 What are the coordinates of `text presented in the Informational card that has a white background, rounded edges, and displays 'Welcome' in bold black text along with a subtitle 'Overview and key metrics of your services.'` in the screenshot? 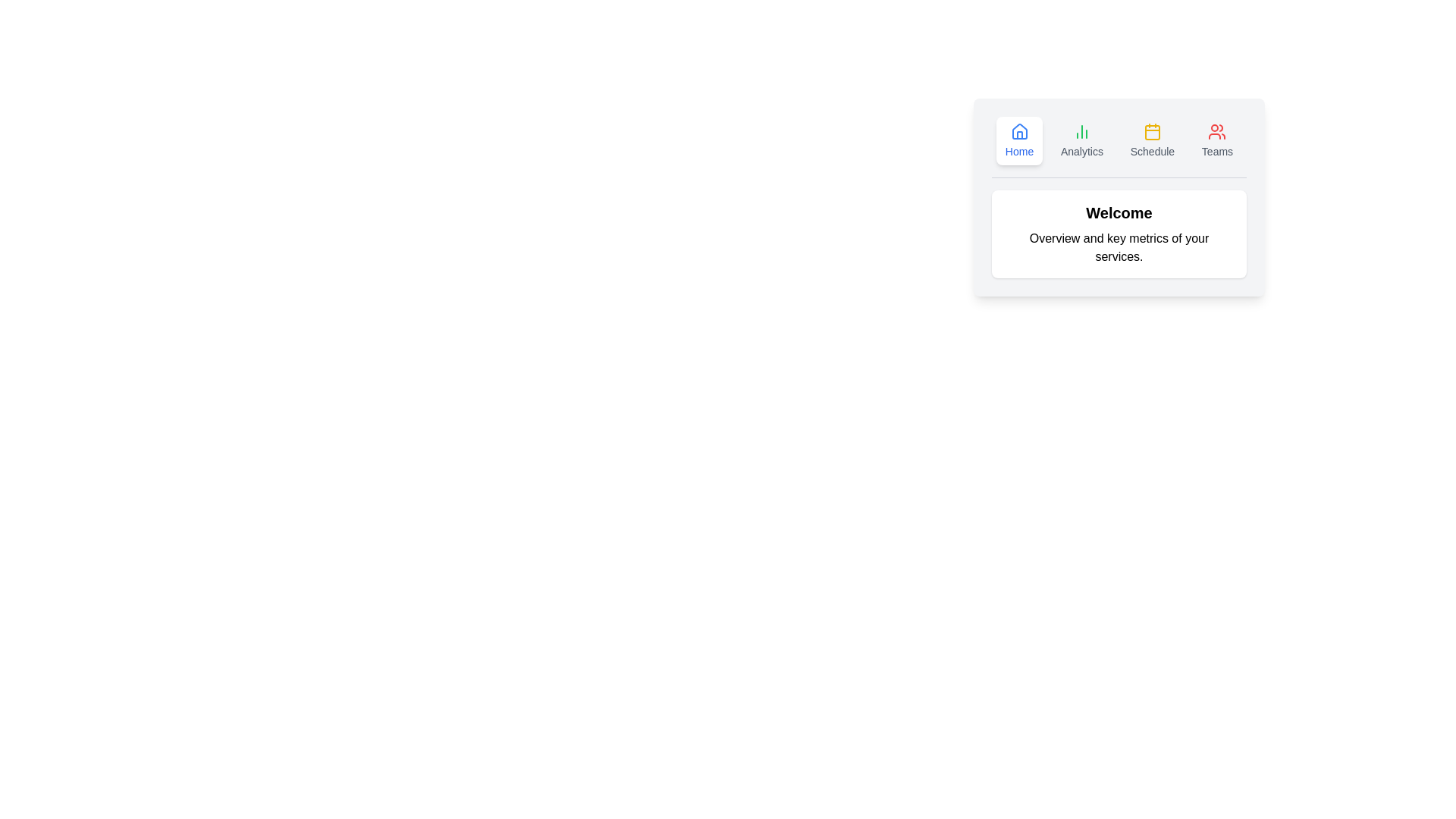 It's located at (1119, 262).